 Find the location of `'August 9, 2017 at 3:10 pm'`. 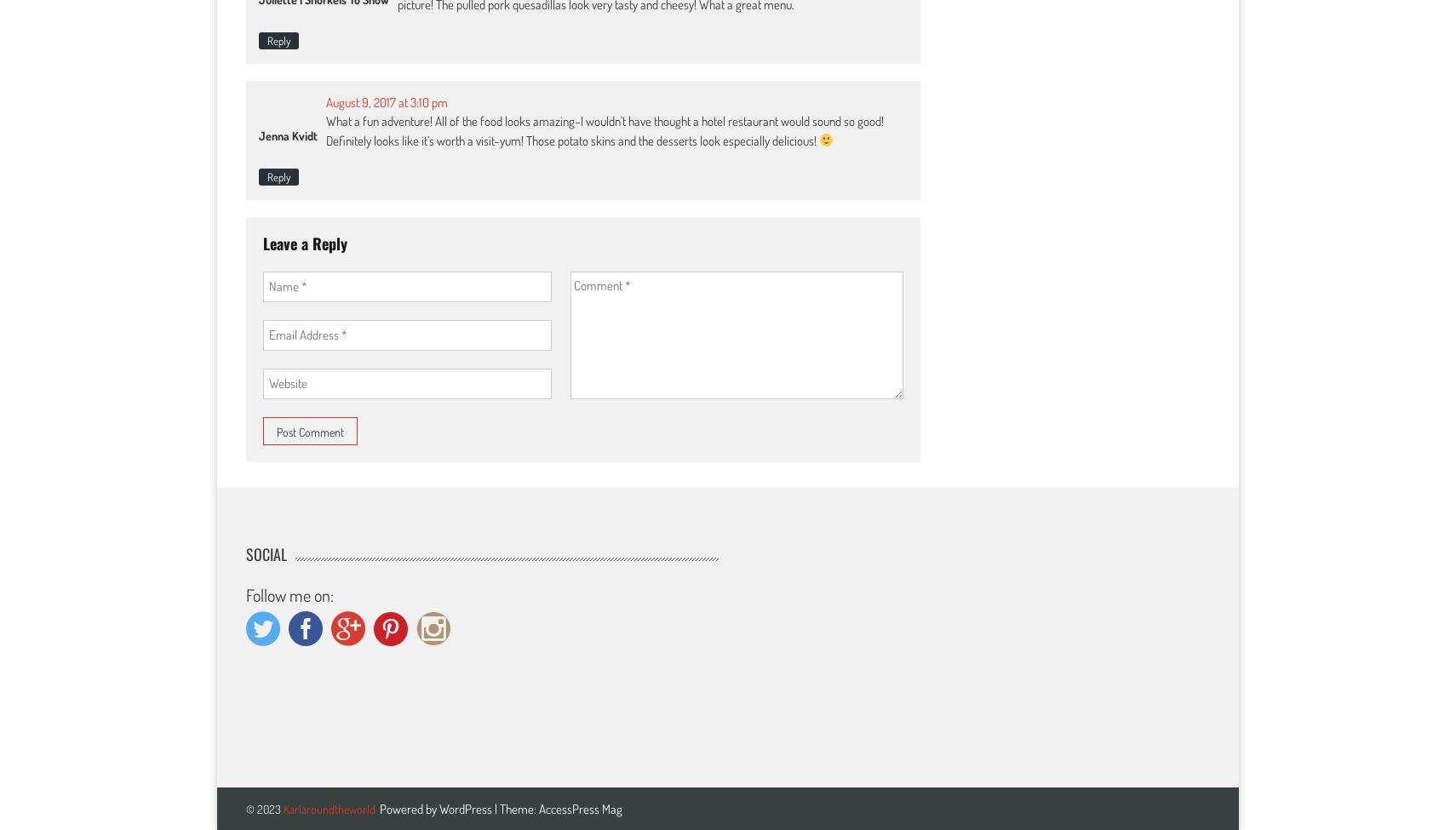

'August 9, 2017 at 3:10 pm' is located at coordinates (387, 100).